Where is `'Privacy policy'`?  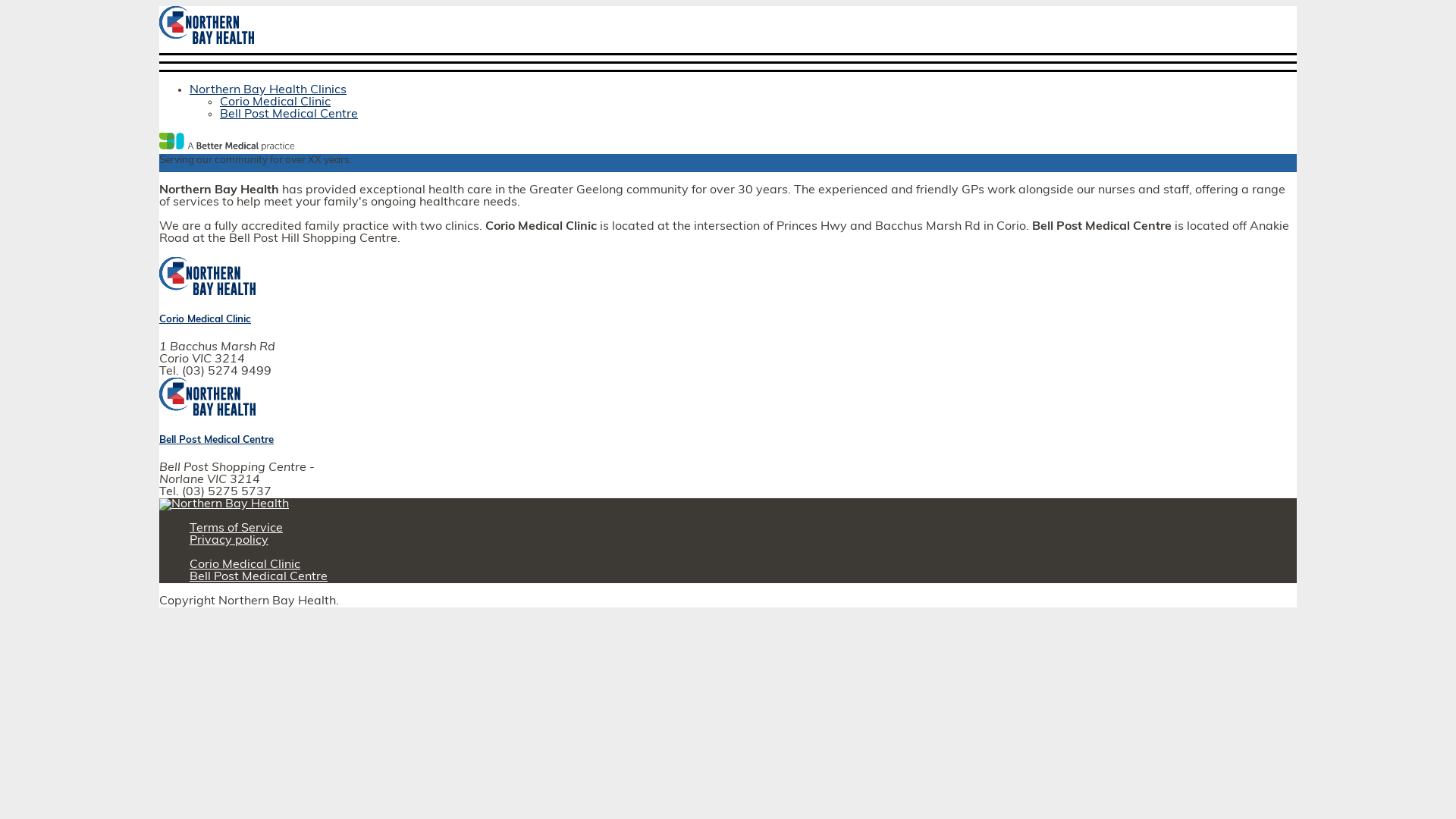 'Privacy policy' is located at coordinates (188, 540).